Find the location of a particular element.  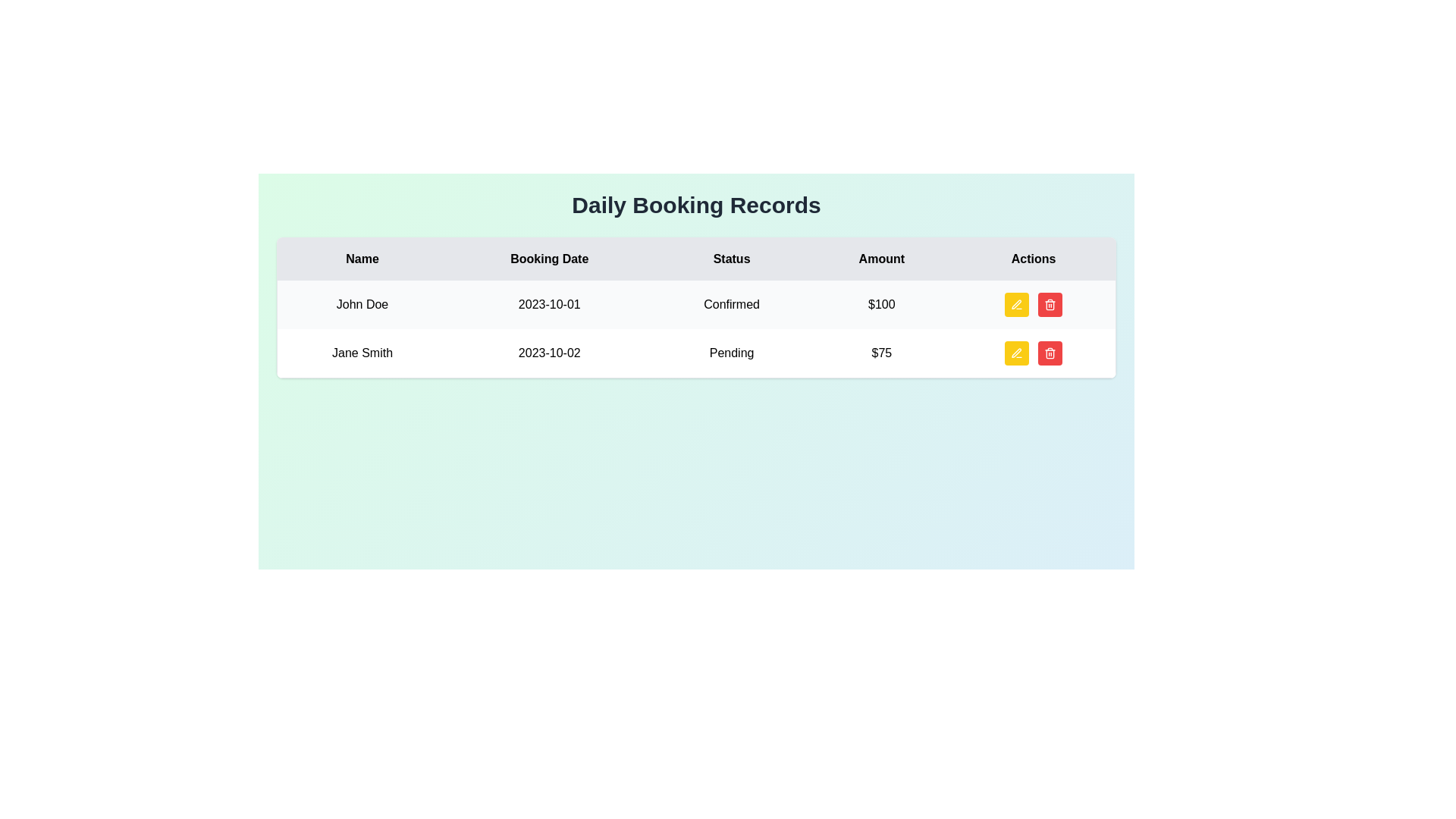

the 'Status' column header in the table, which is located in the third column of the header row between 'Booking Date' and 'Amount' is located at coordinates (732, 258).